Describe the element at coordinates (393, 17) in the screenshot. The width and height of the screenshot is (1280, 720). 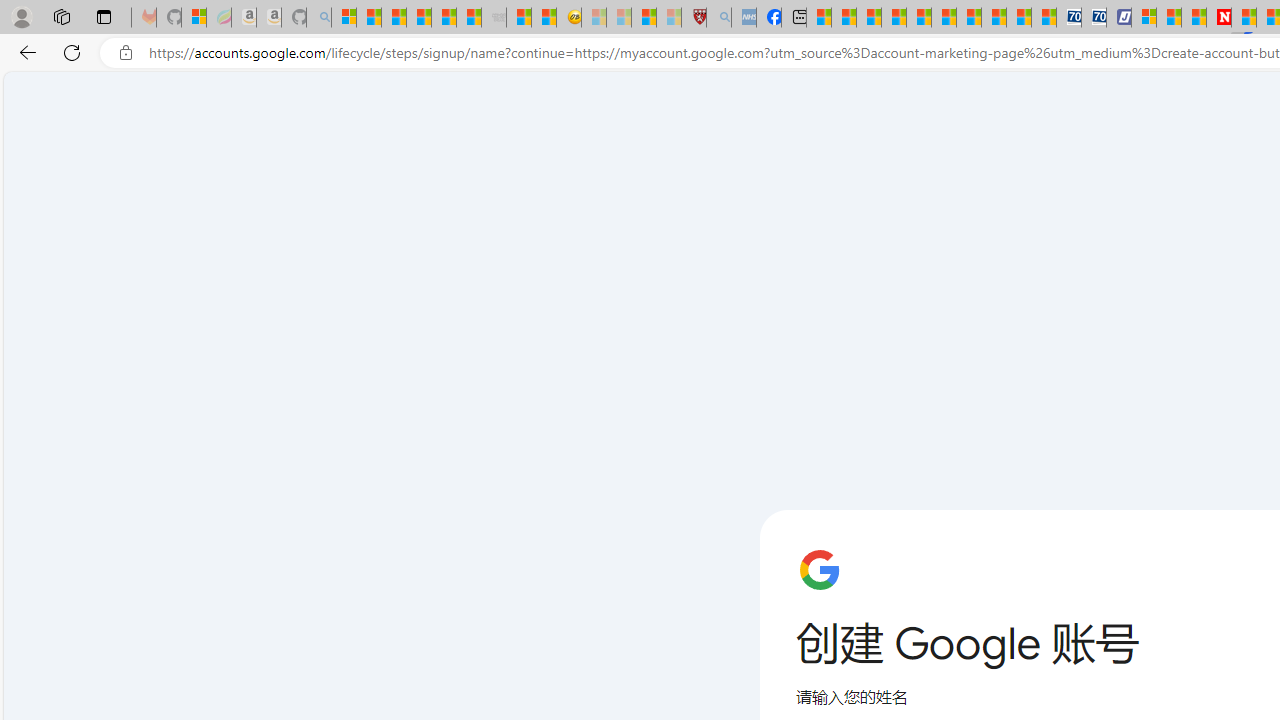
I see `'The Weather Channel - MSN'` at that location.